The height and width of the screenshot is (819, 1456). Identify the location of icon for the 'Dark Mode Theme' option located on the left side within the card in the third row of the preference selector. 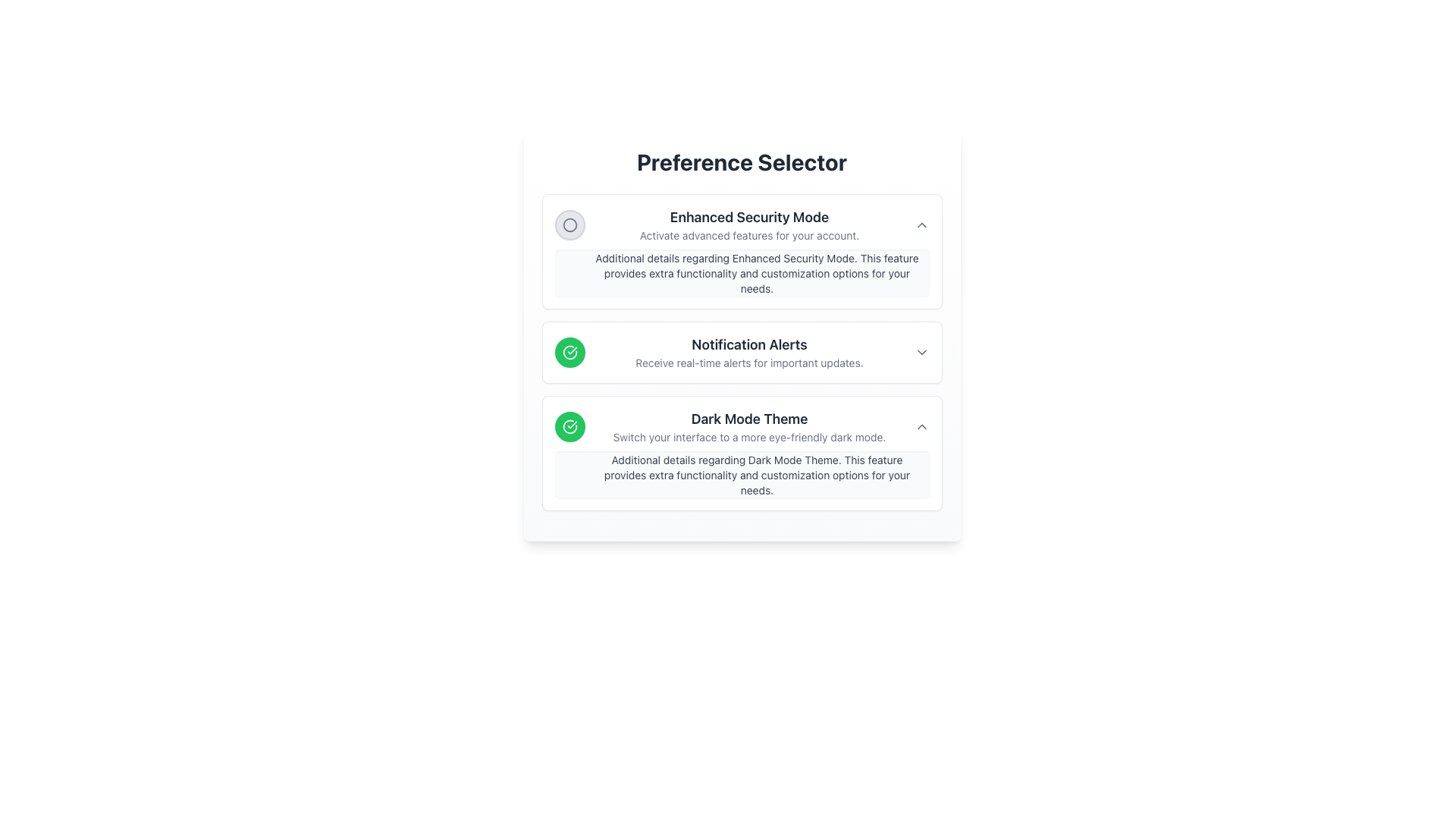
(569, 427).